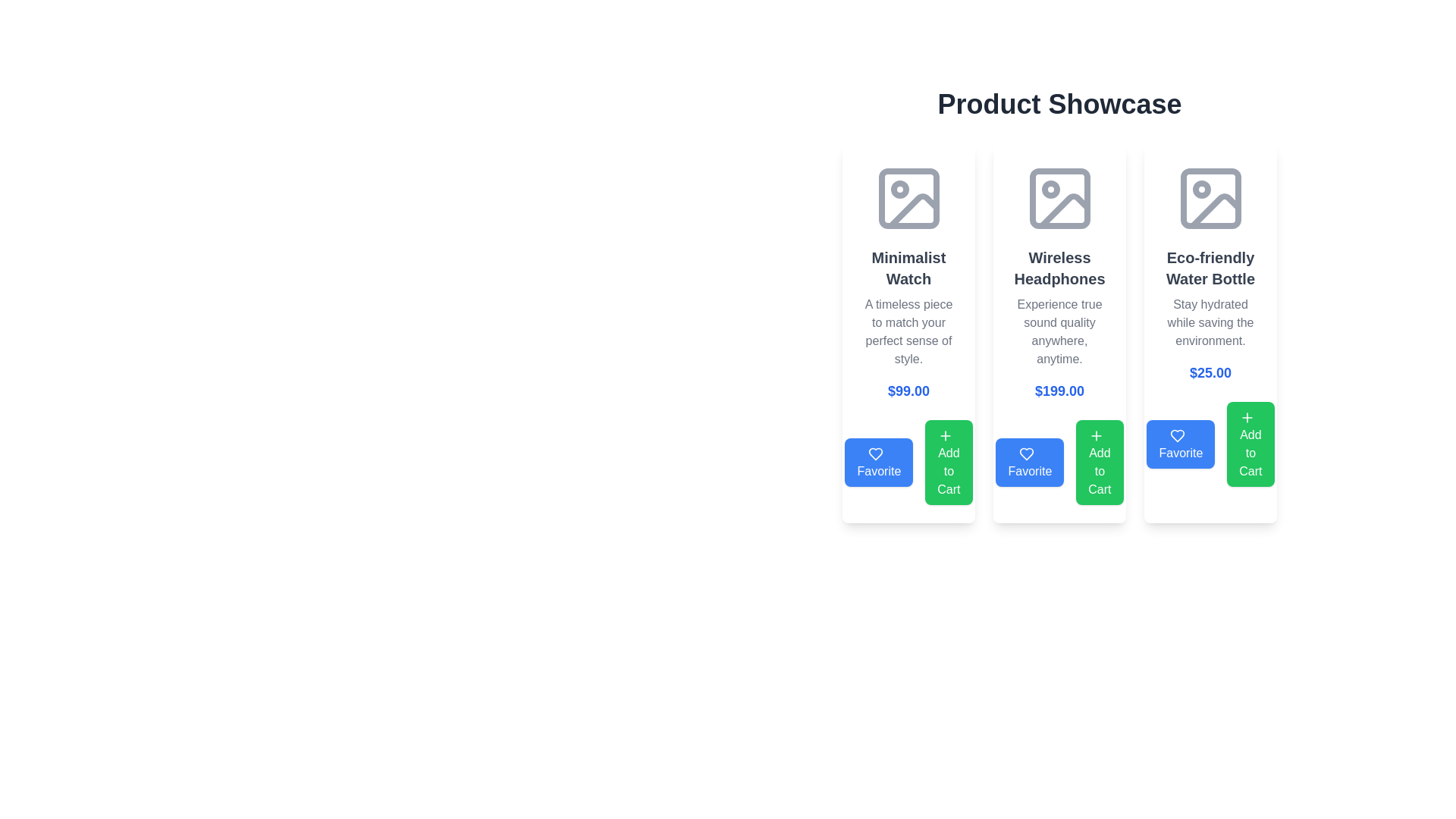  I want to click on the favorite button located at the bottom-left corner of the 'Minimalist Watch' product card to observe the hover effects, so click(908, 461).